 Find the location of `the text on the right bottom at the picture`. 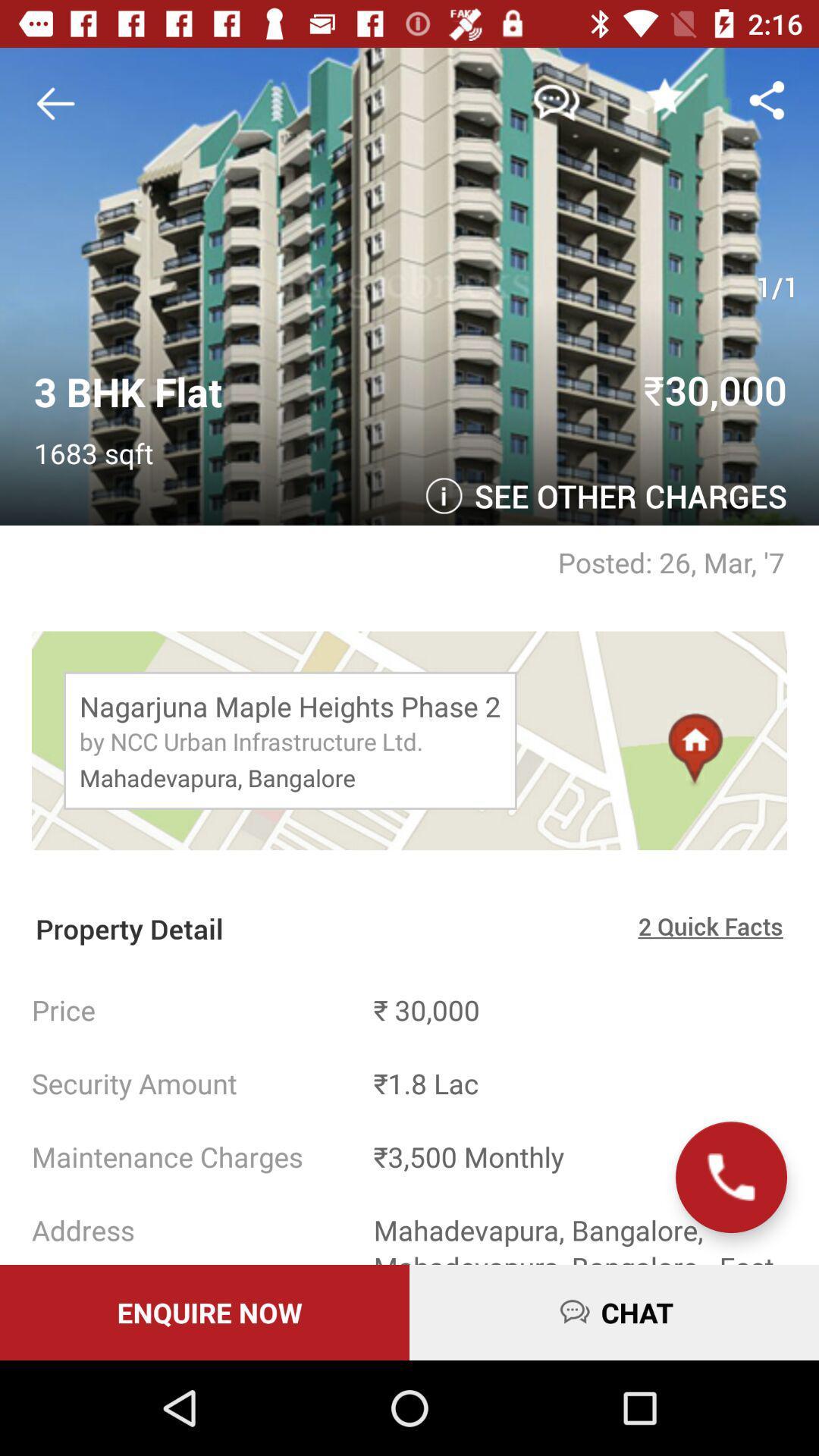

the text on the right bottom at the picture is located at coordinates (622, 500).